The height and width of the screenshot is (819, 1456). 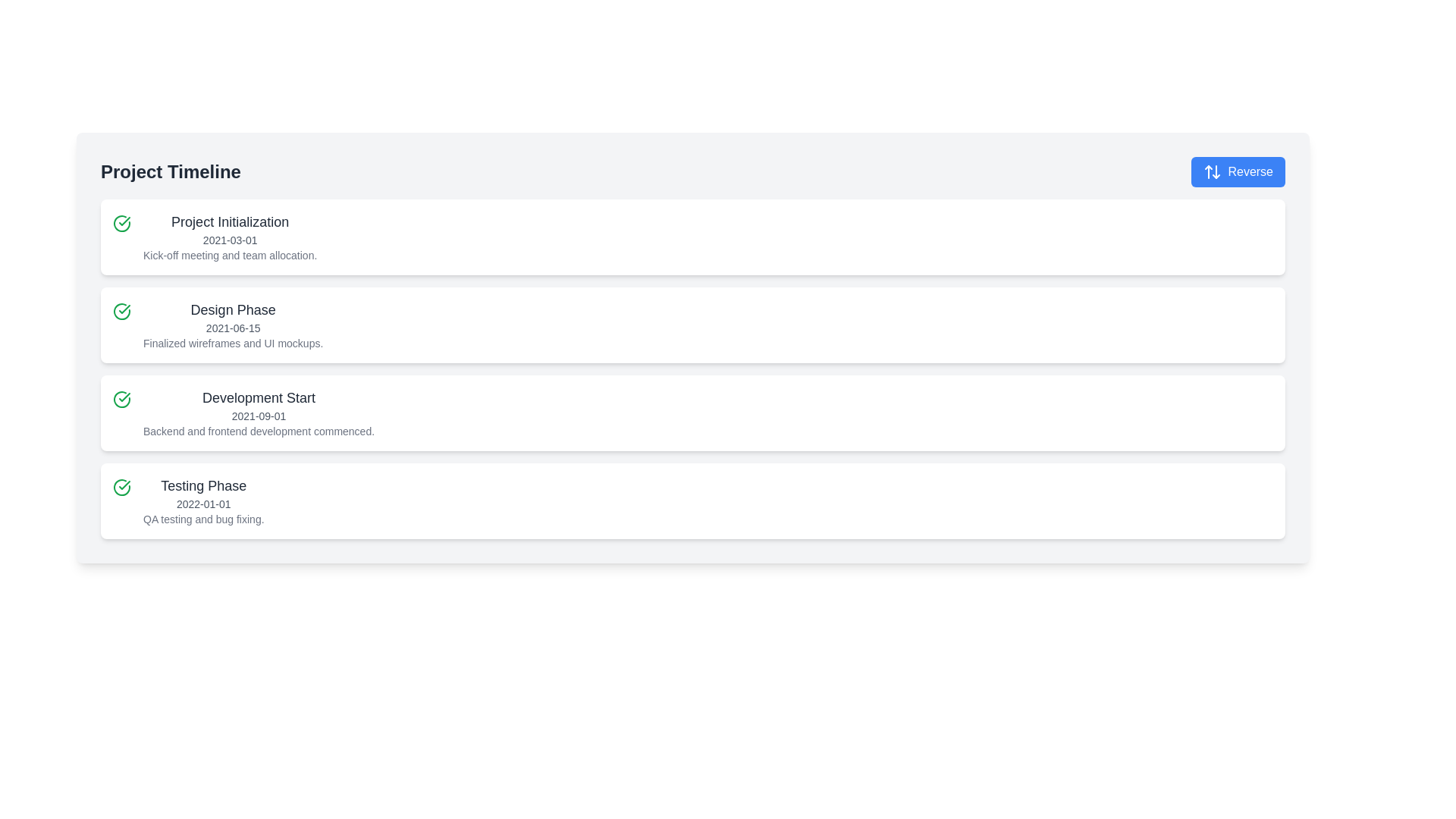 What do you see at coordinates (202, 519) in the screenshot?
I see `the text element that reads 'QA testing and bug fixing.' located in the 'Testing Phase' section beneath the date '2022-01-01'` at bounding box center [202, 519].